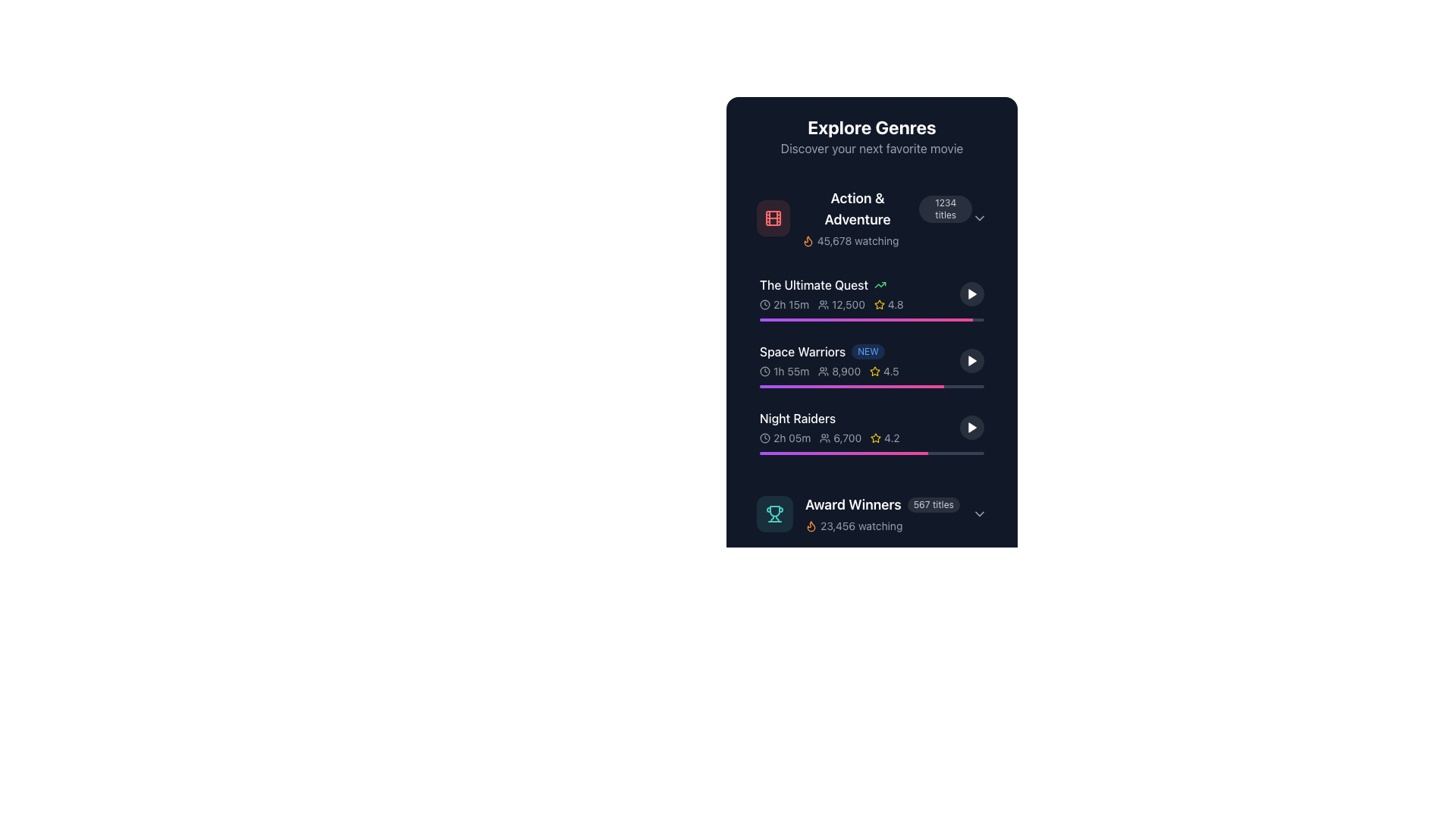 Image resolution: width=1456 pixels, height=819 pixels. What do you see at coordinates (889, 304) in the screenshot?
I see `the Rating display component located below the text '12,500' for 'The Ultimate Quest', which visually represents the rating of the content` at bounding box center [889, 304].